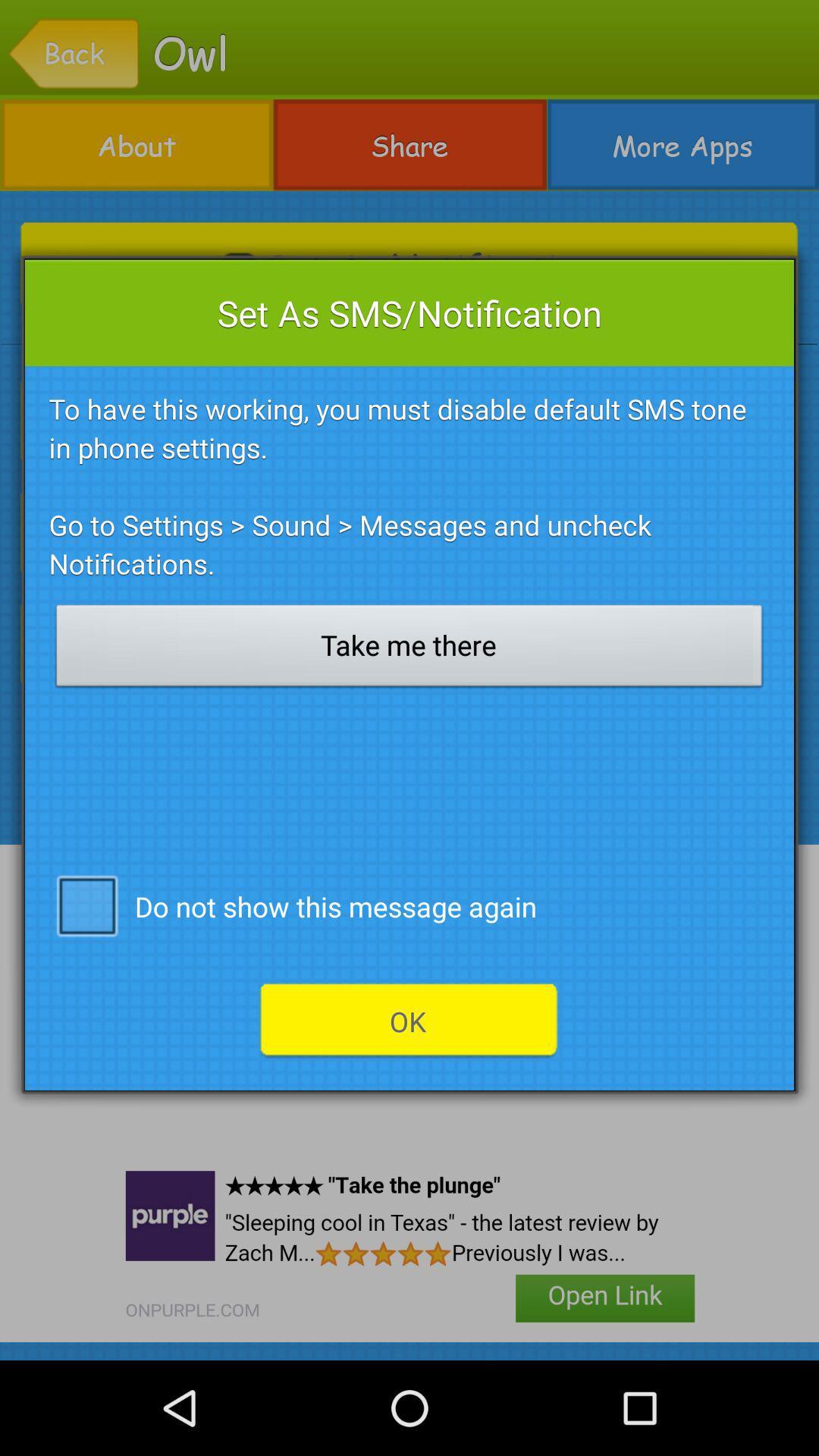  What do you see at coordinates (408, 1021) in the screenshot?
I see `the icon at the bottom` at bounding box center [408, 1021].